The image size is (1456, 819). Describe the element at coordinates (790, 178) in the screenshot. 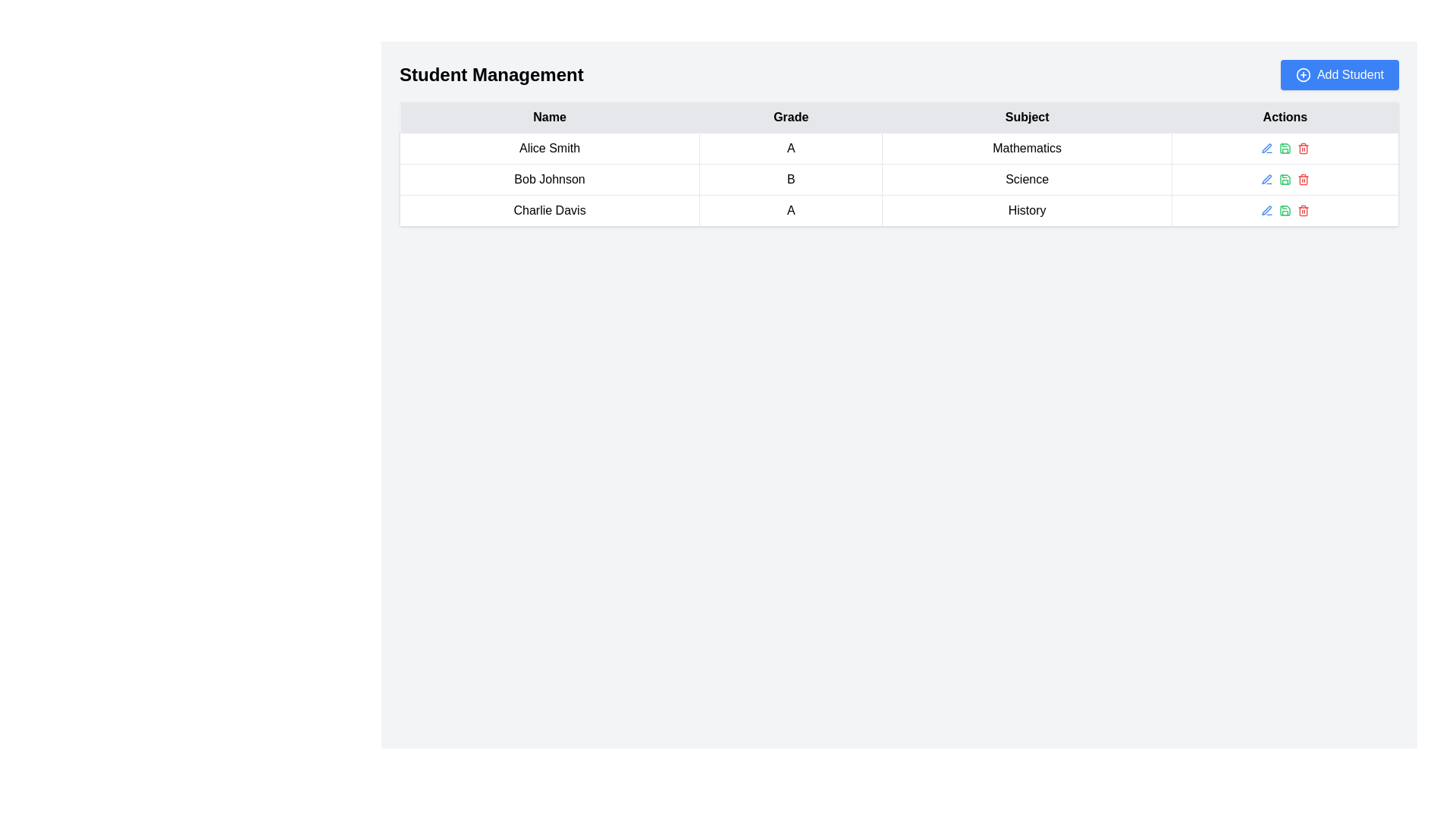

I see `the text element displaying the letter 'B' in the 'Grade' column of the table, located in the second row between 'Bob Johnson' and 'Science'` at that location.